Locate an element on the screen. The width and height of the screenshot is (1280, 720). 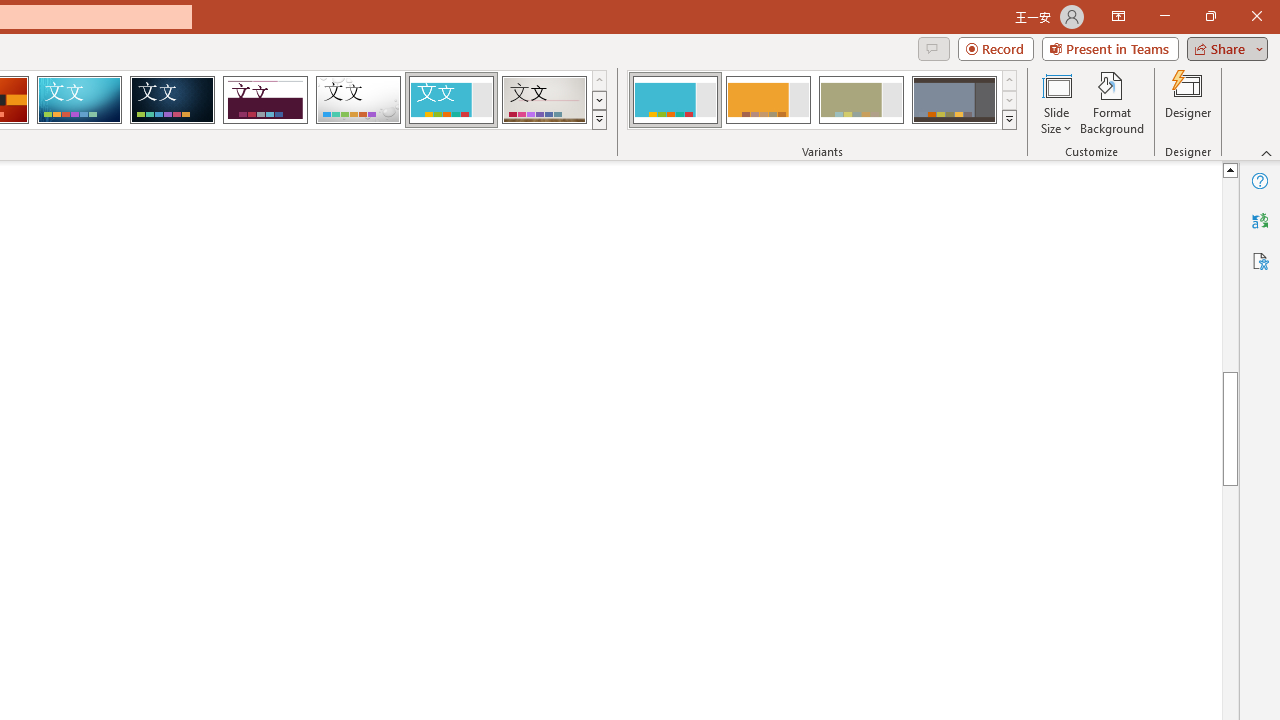
'Dividend' is located at coordinates (264, 100).